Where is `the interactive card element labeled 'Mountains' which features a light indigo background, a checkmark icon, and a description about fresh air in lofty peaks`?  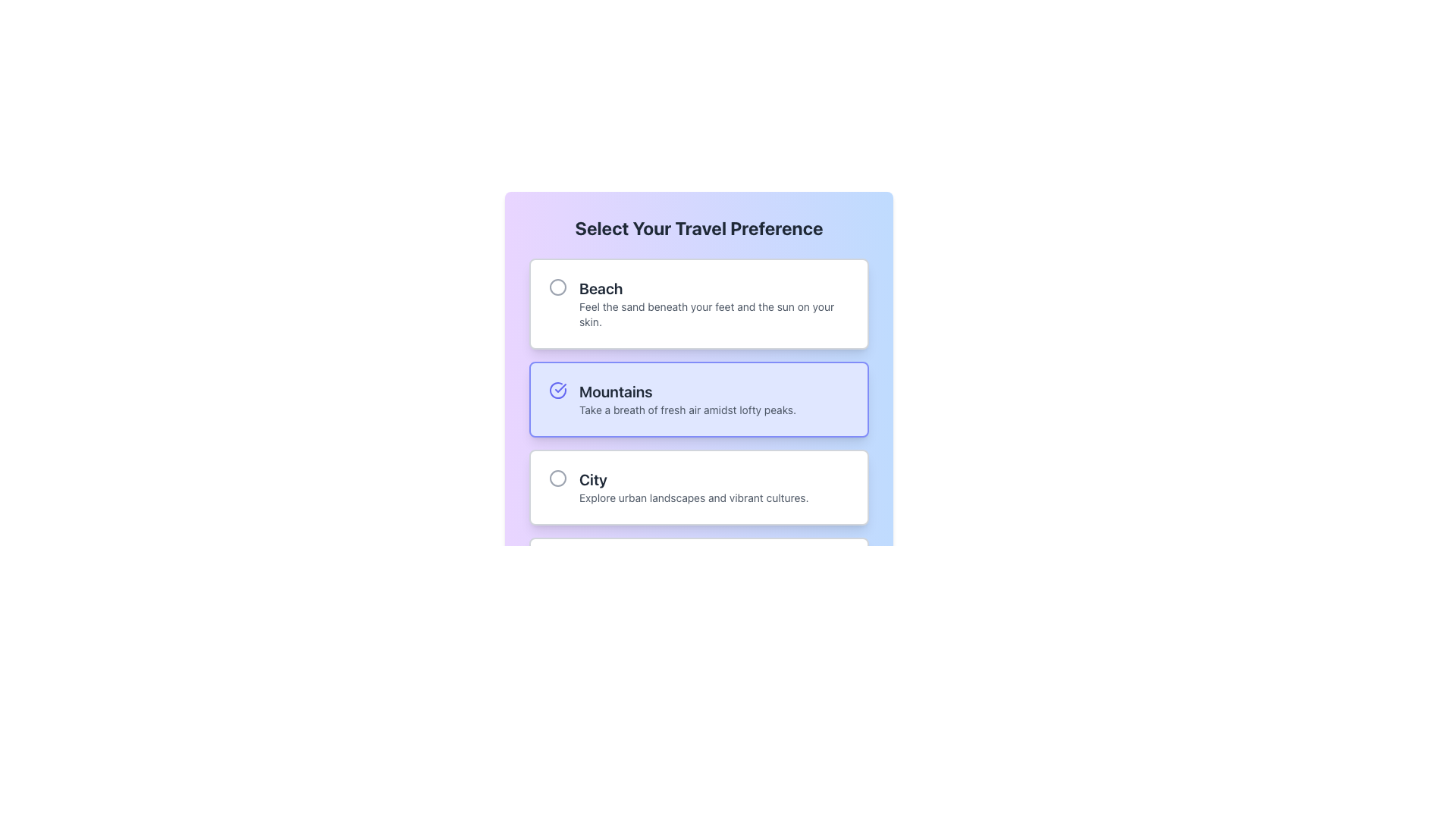 the interactive card element labeled 'Mountains' which features a light indigo background, a checkmark icon, and a description about fresh air in lofty peaks is located at coordinates (698, 399).